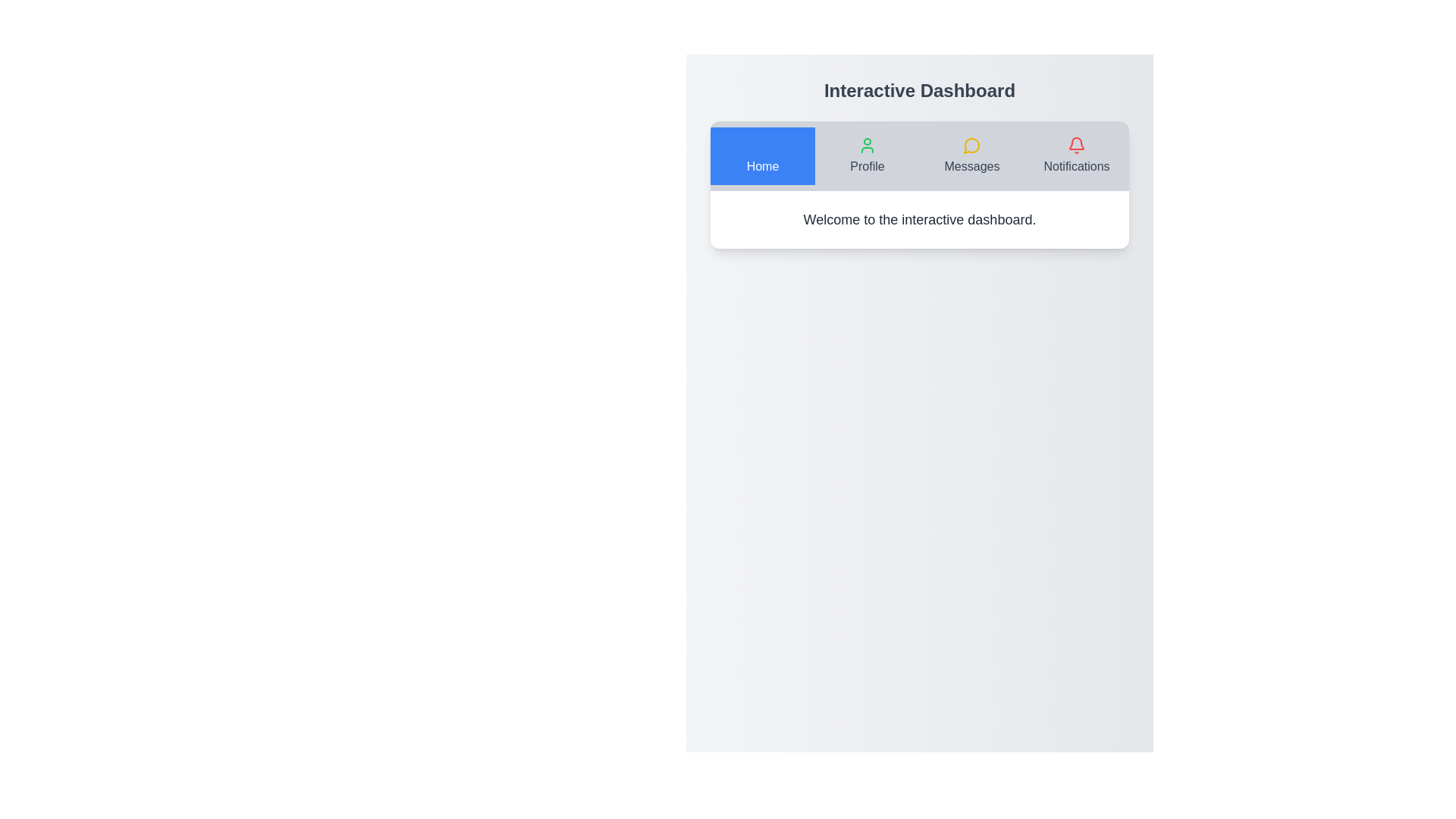 The image size is (1456, 819). I want to click on the third button in the horizontal navigation bar, located between 'Profile' and 'Notifications', so click(971, 155).